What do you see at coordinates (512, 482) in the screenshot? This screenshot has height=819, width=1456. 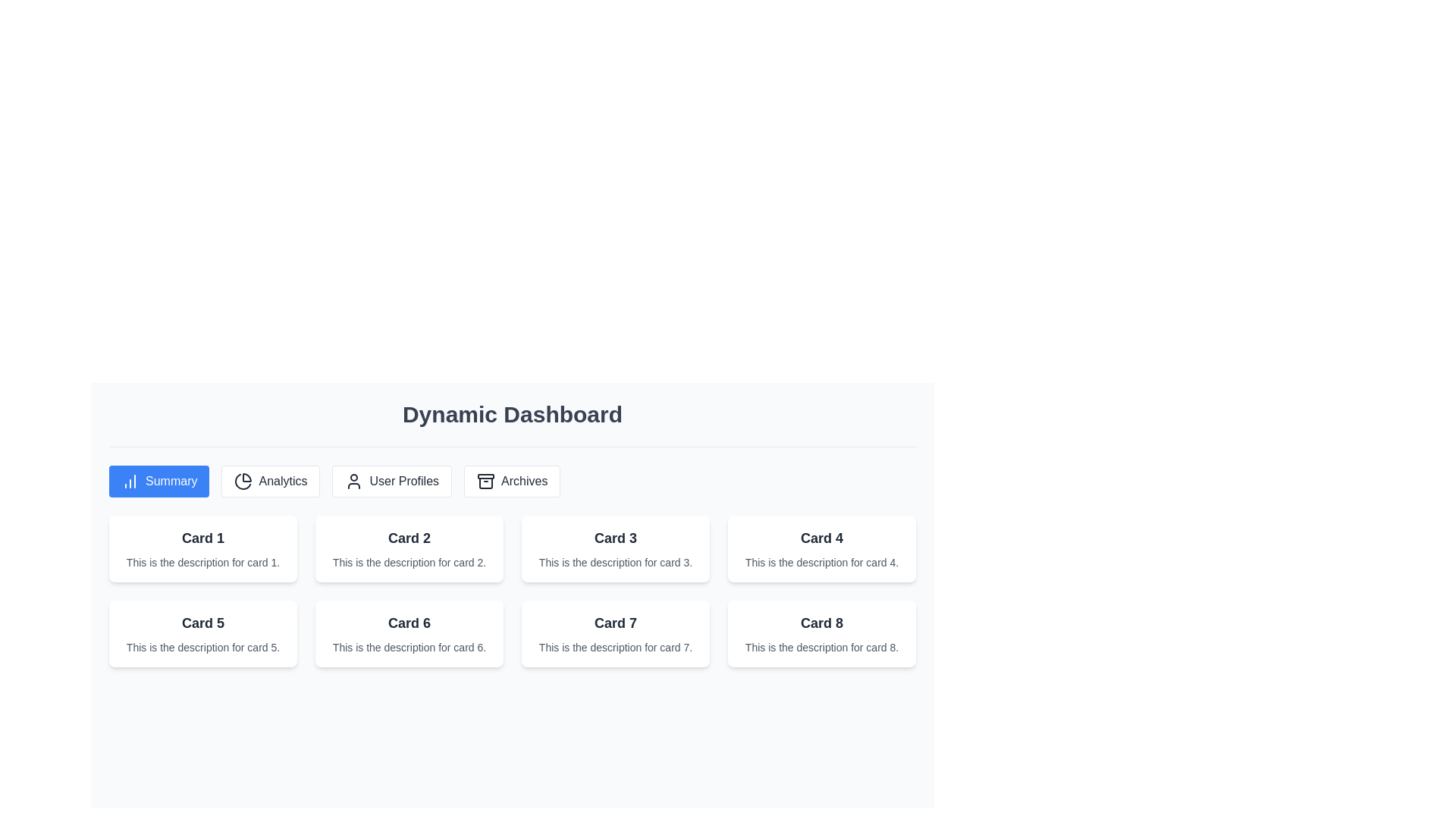 I see `the 'Archives' button, which has a white background, gray border, rounded corners, an archive box icon on the left, and dark gray text on the right` at bounding box center [512, 482].